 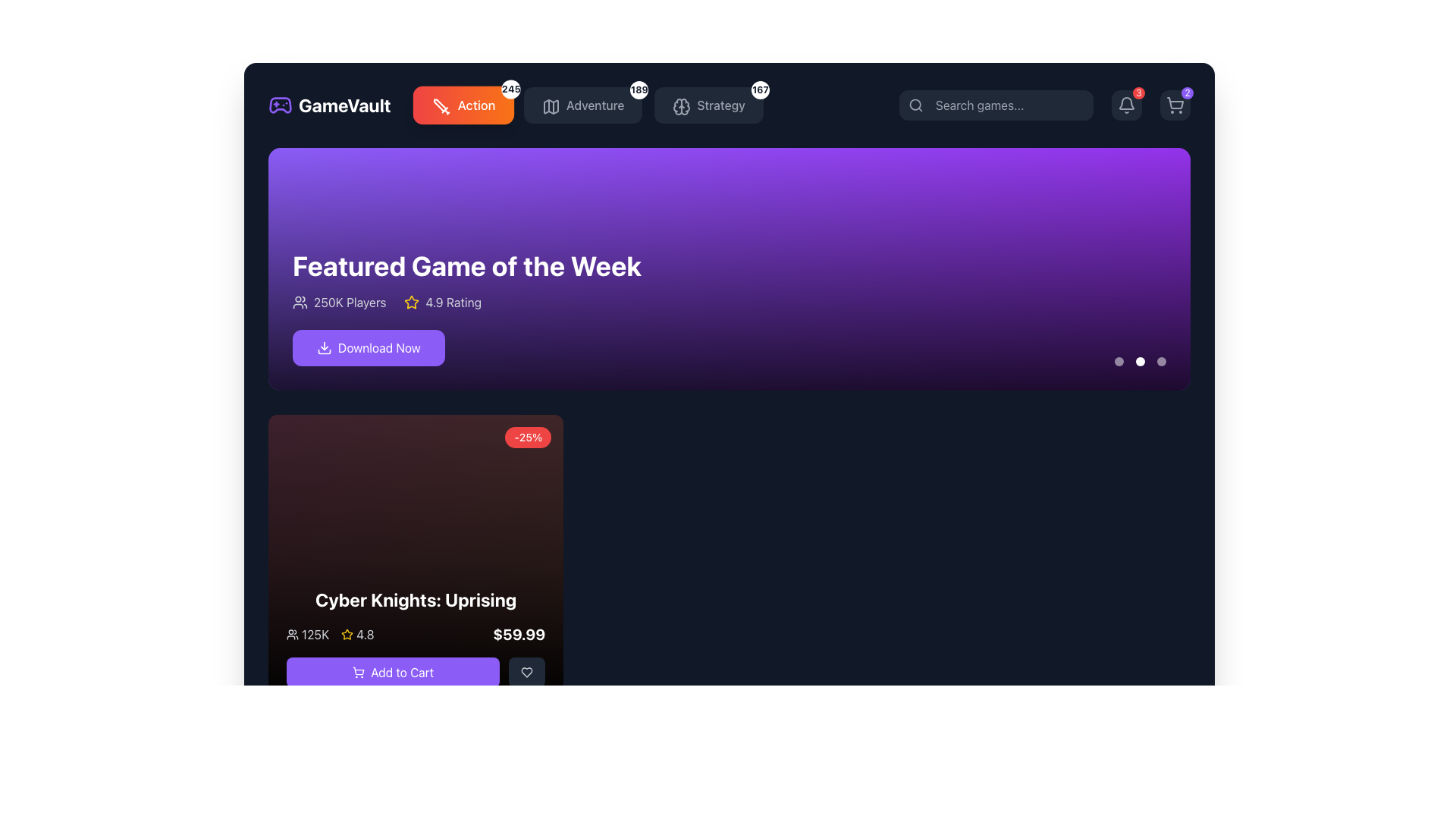 What do you see at coordinates (1127, 104) in the screenshot?
I see `the interactive notification icon with a badge showing '3'` at bounding box center [1127, 104].